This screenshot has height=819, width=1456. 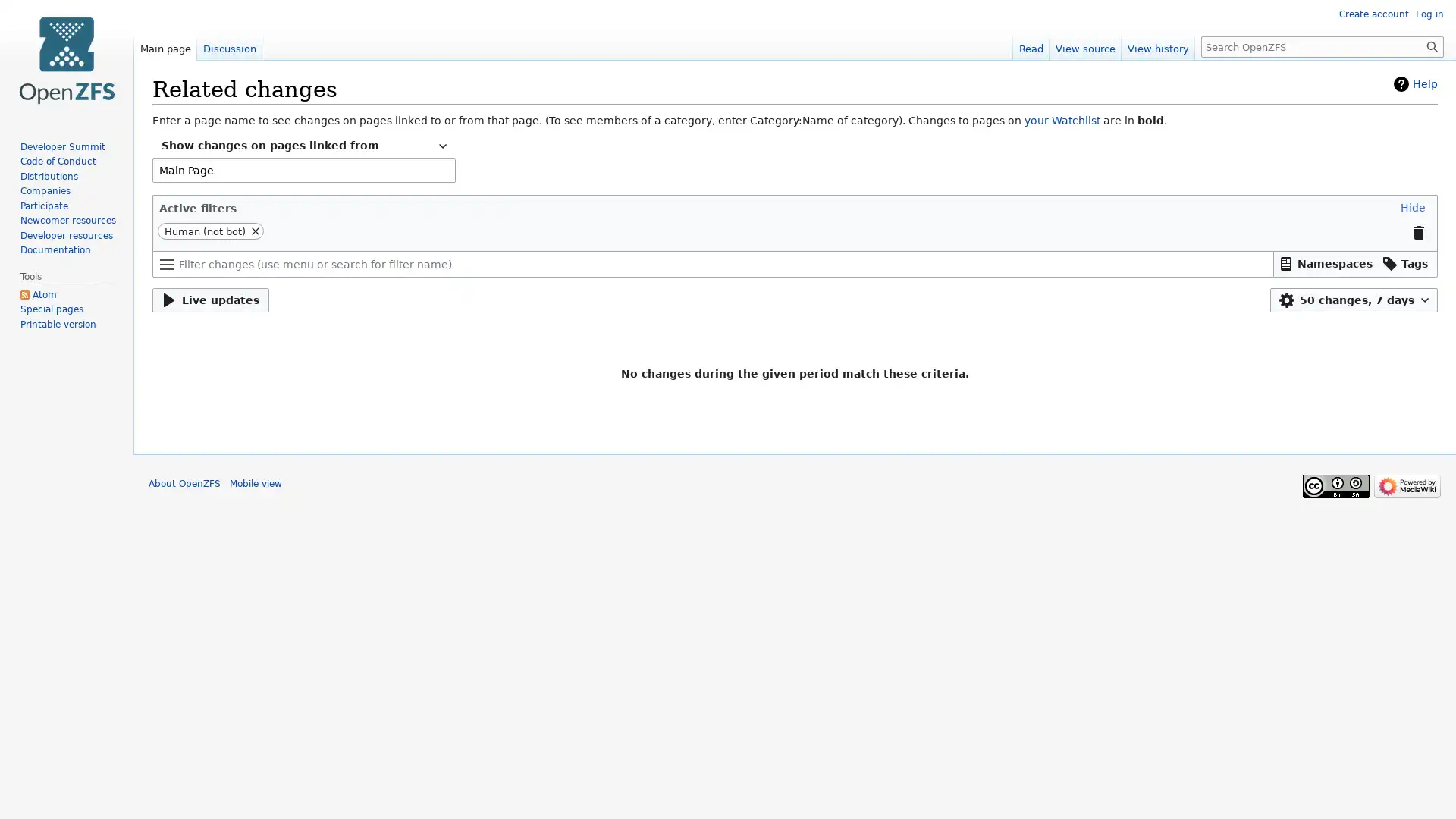 What do you see at coordinates (1404, 262) in the screenshot?
I see `Filter results using edit tags` at bounding box center [1404, 262].